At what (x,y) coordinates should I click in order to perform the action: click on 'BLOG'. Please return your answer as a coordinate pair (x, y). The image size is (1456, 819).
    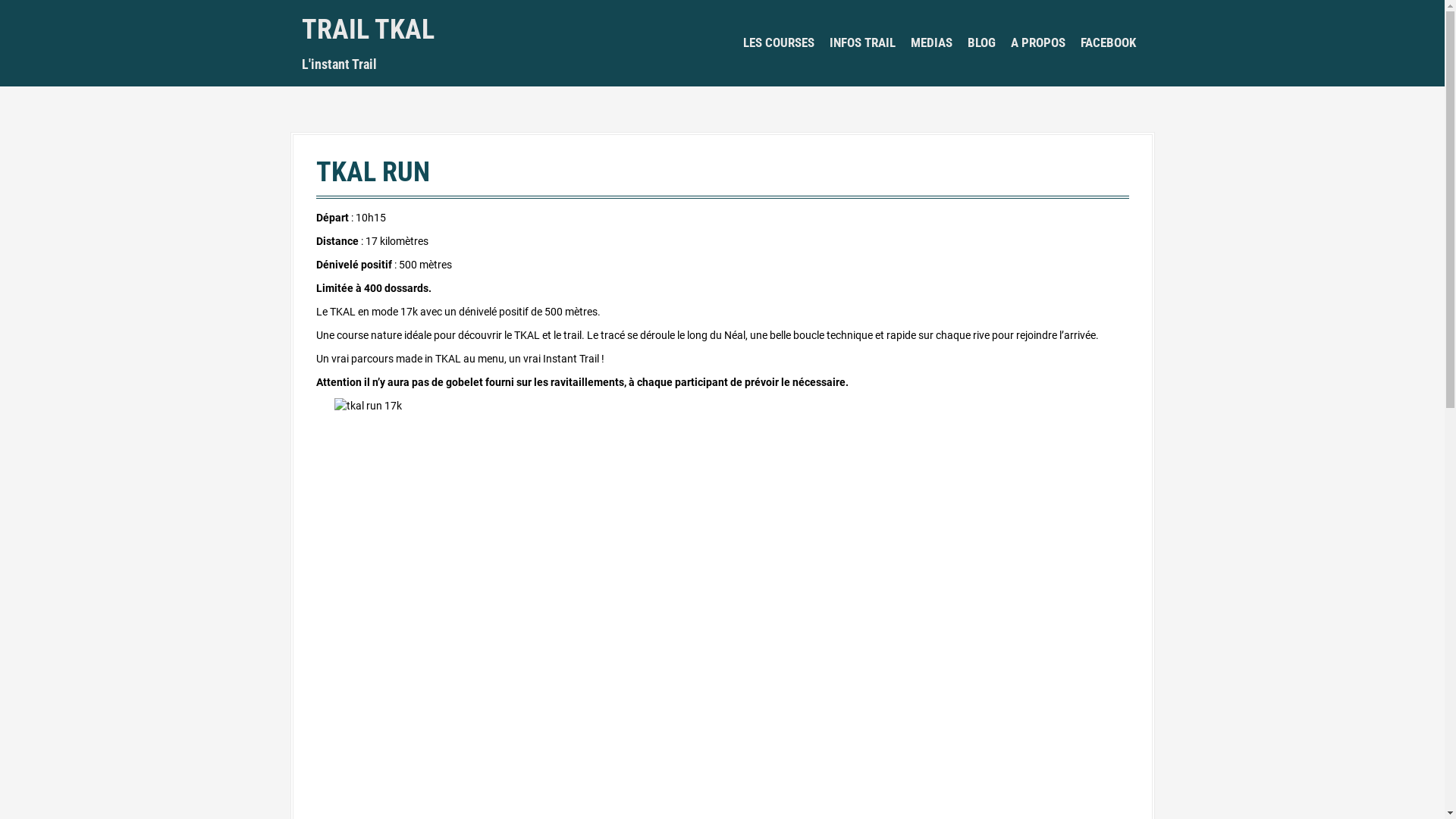
    Looking at the image, I should click on (981, 42).